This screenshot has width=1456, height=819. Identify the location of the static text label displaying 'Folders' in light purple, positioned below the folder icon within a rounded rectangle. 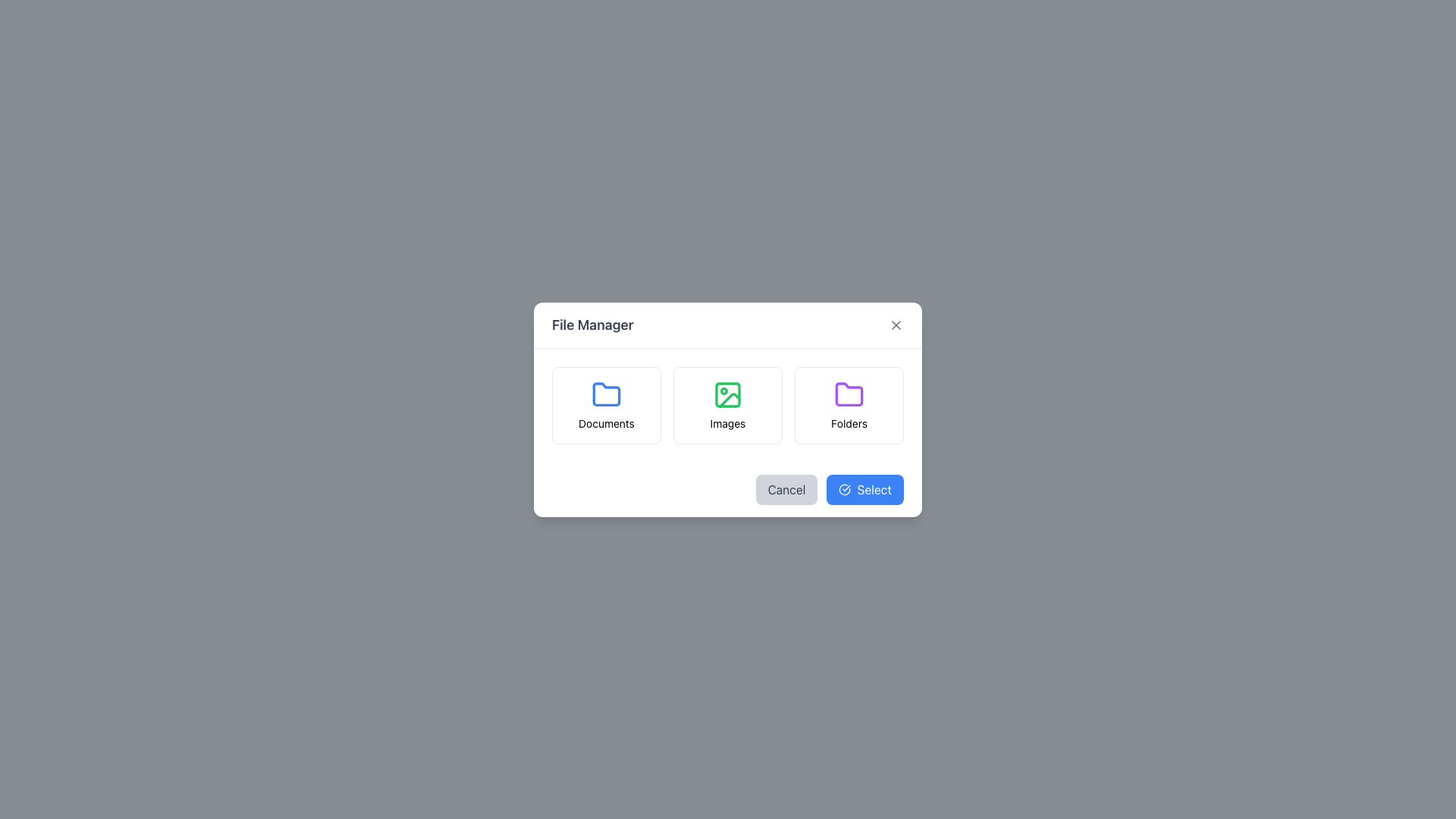
(848, 423).